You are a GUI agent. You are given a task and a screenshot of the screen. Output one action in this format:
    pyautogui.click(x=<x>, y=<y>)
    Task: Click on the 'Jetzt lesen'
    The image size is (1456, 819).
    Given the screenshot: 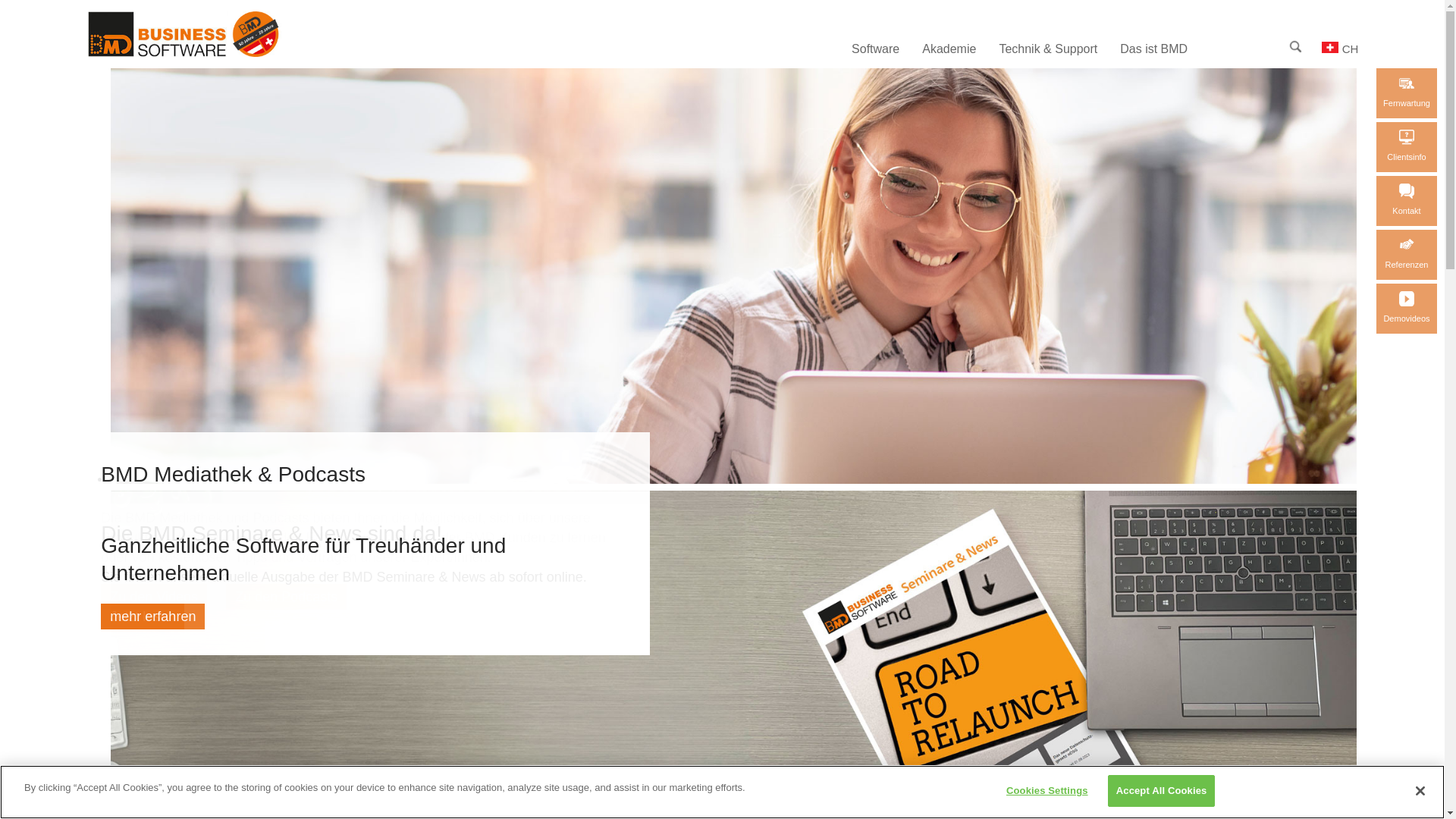 What is the action you would take?
    pyautogui.click(x=142, y=617)
    